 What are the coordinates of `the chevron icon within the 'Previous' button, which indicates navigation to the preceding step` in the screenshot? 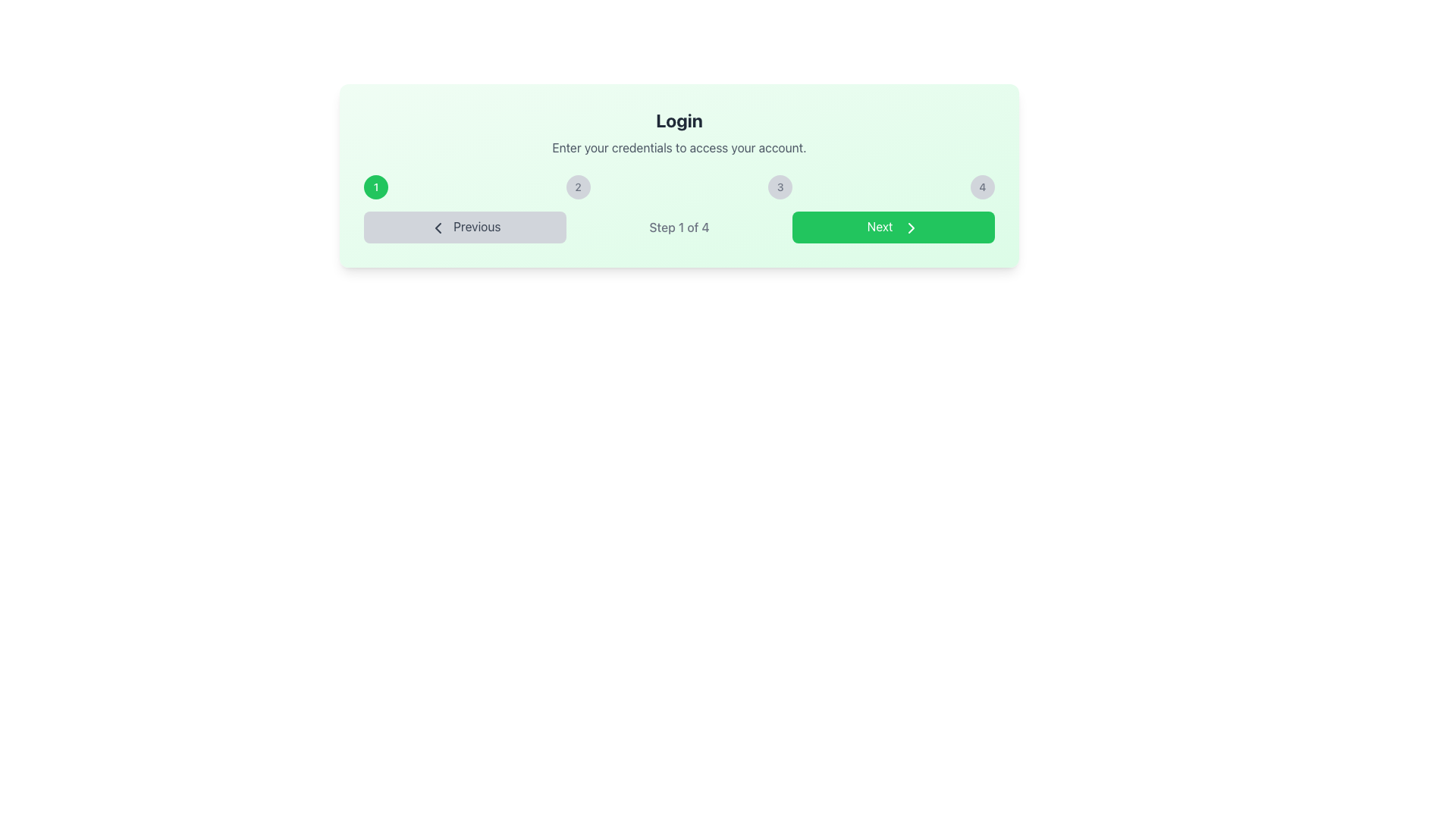 It's located at (438, 227).